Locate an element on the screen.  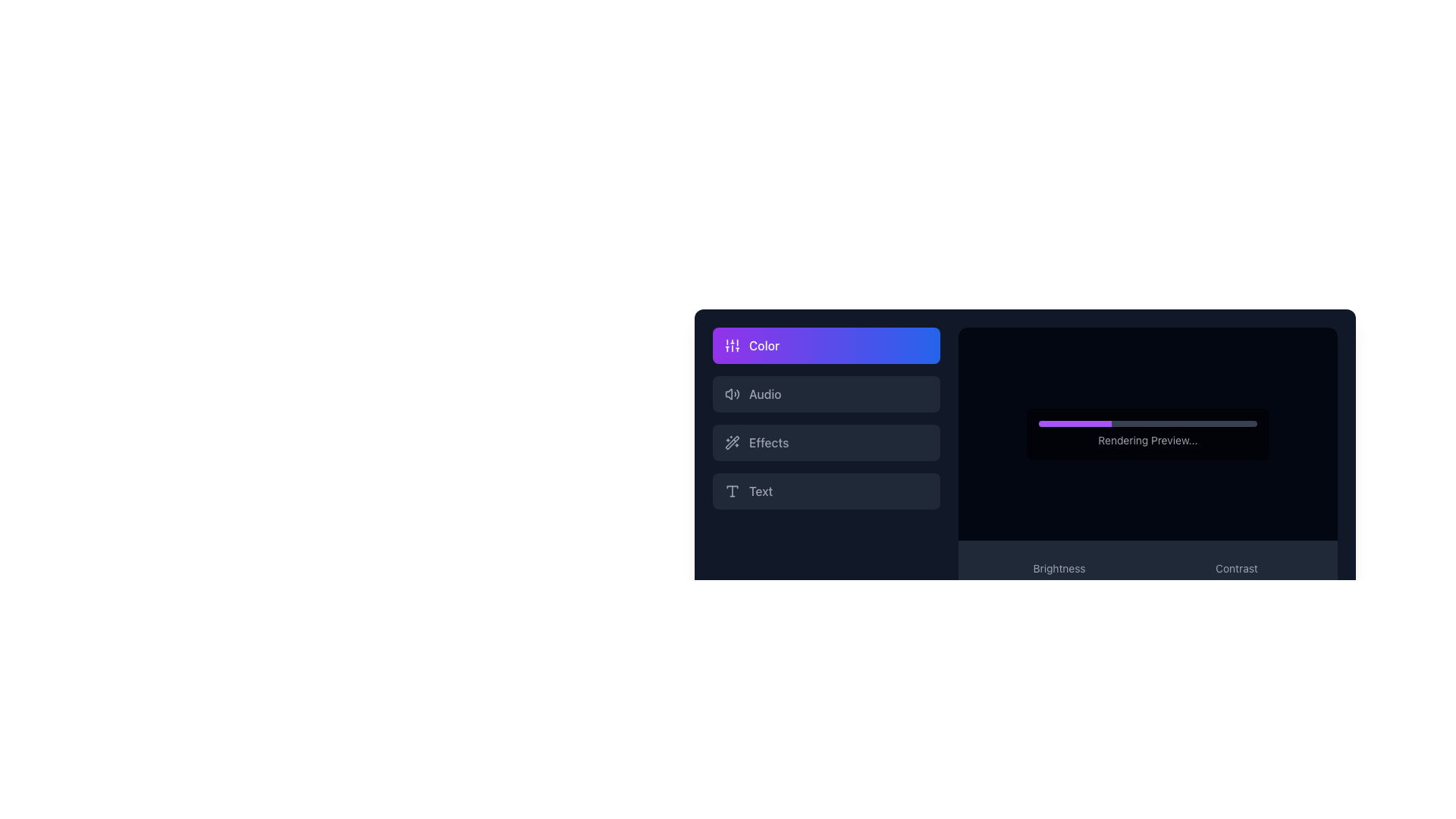
the slider is located at coordinates (1046, 588).